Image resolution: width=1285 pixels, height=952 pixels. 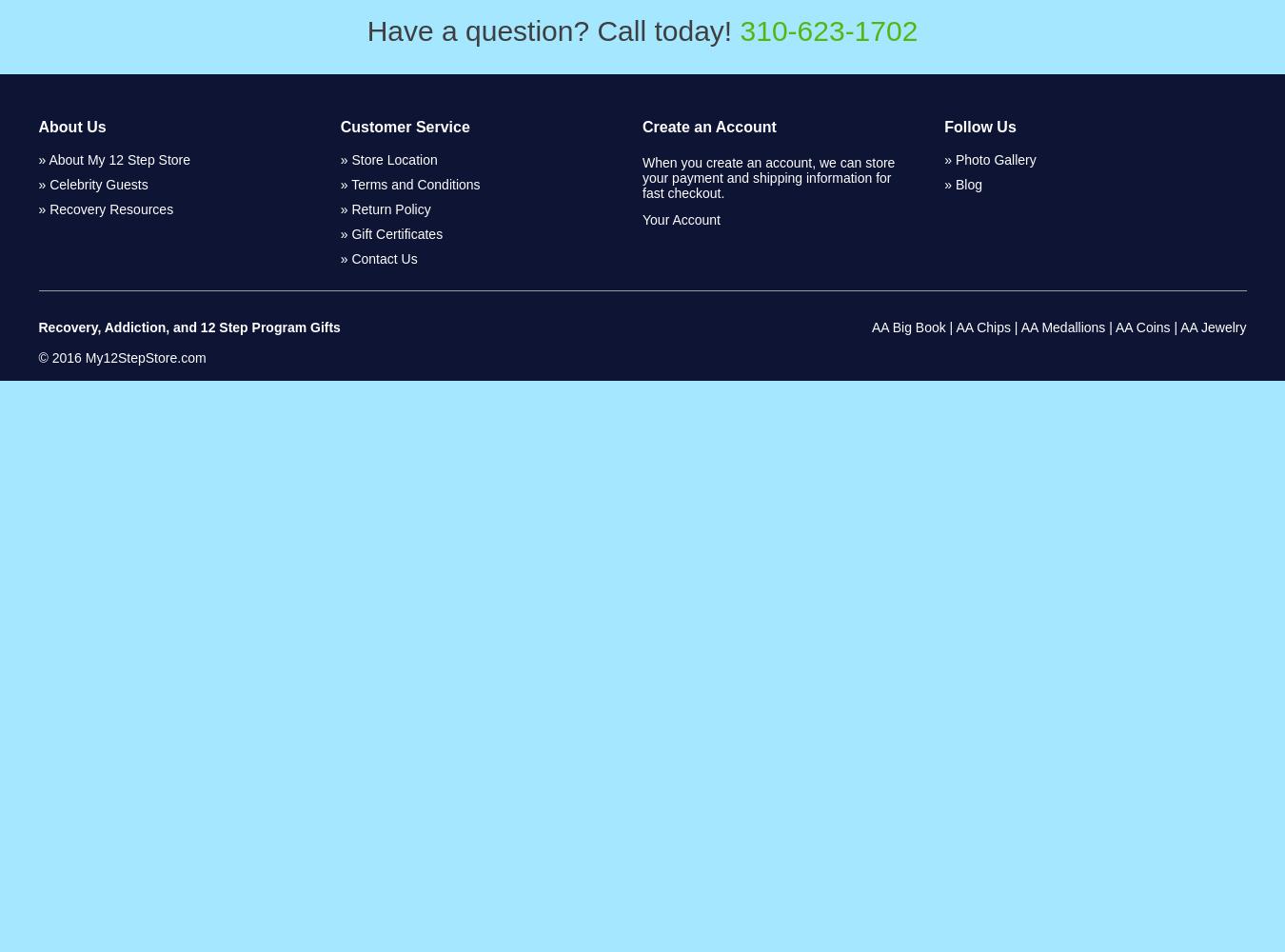 What do you see at coordinates (1213, 327) in the screenshot?
I see `'AA Jewelry'` at bounding box center [1213, 327].